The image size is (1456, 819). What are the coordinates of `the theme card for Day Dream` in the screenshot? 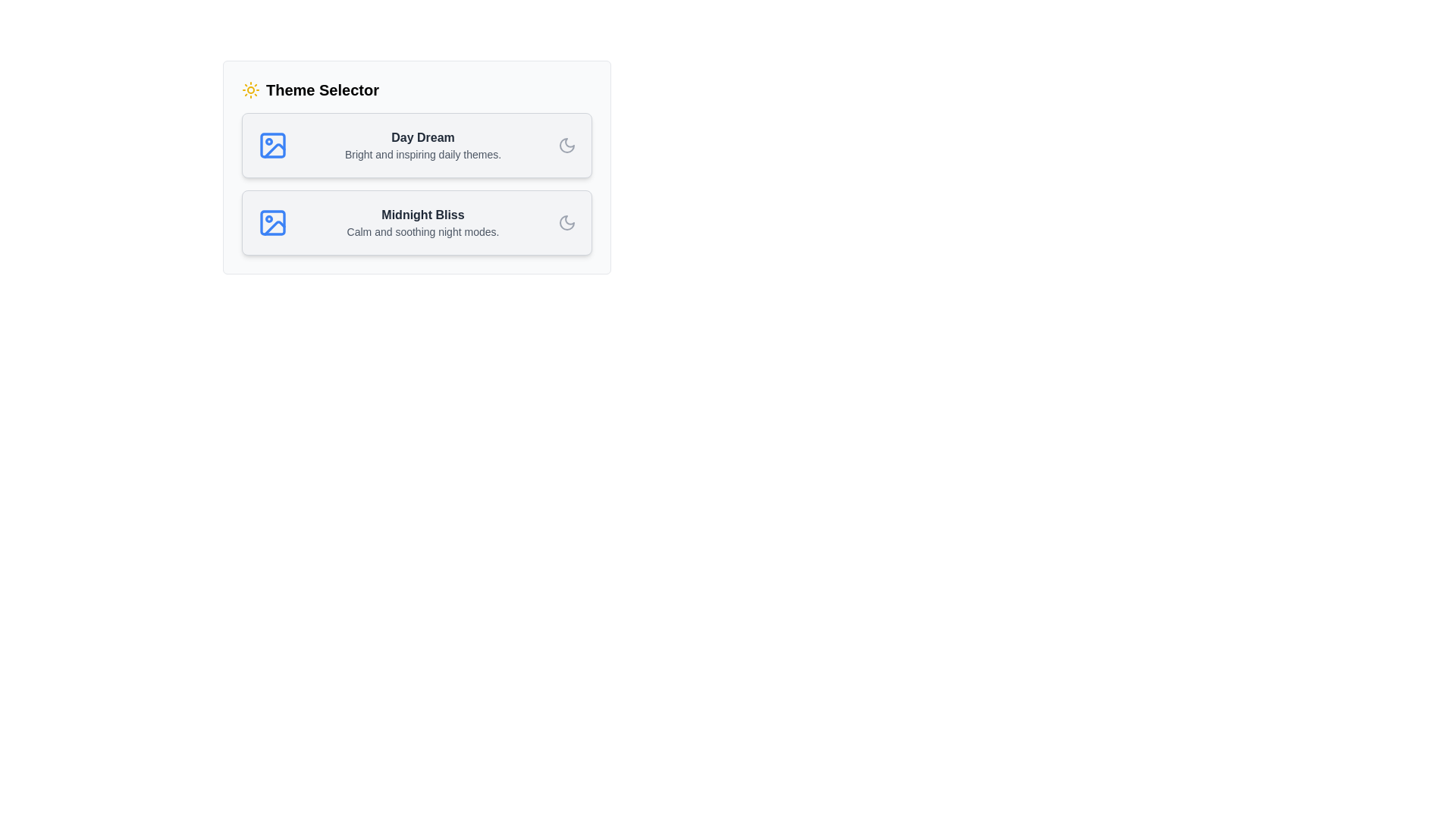 It's located at (417, 146).